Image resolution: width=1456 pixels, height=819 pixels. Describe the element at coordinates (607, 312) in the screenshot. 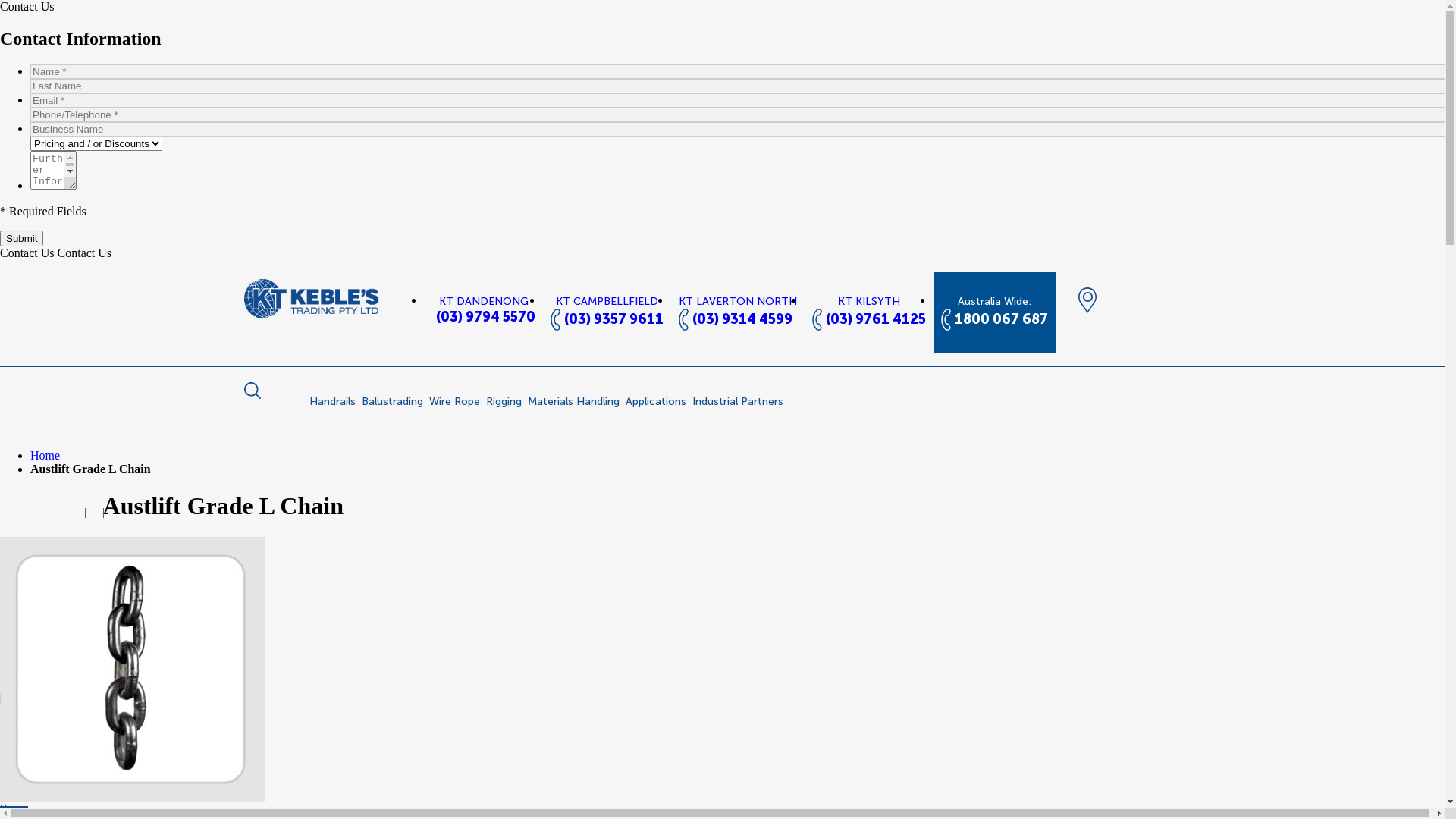

I see `'KT CAMPBELLFIELD` at that location.